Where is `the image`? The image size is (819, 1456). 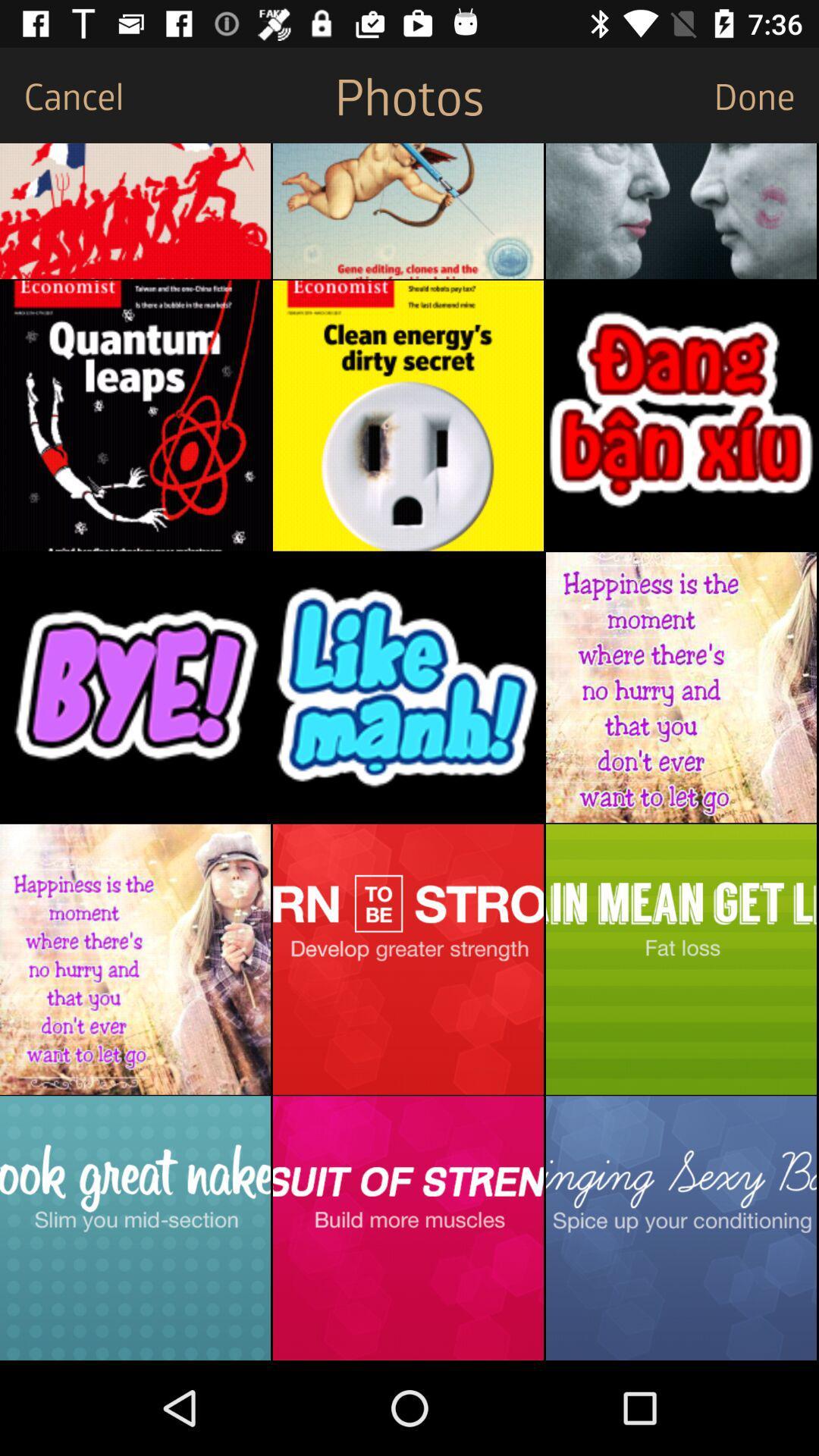
the image is located at coordinates (134, 416).